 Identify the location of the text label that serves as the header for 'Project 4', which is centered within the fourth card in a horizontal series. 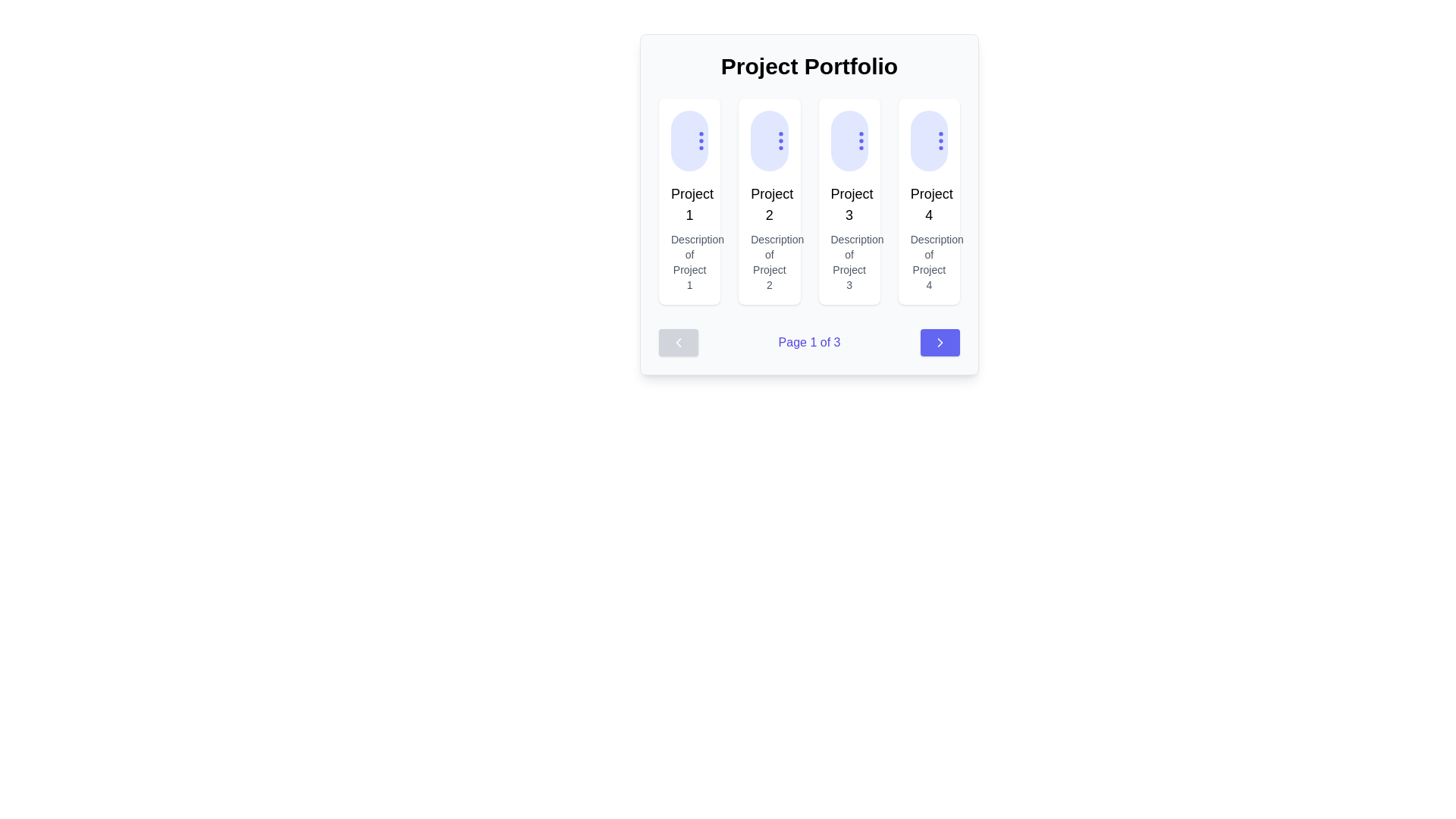
(928, 205).